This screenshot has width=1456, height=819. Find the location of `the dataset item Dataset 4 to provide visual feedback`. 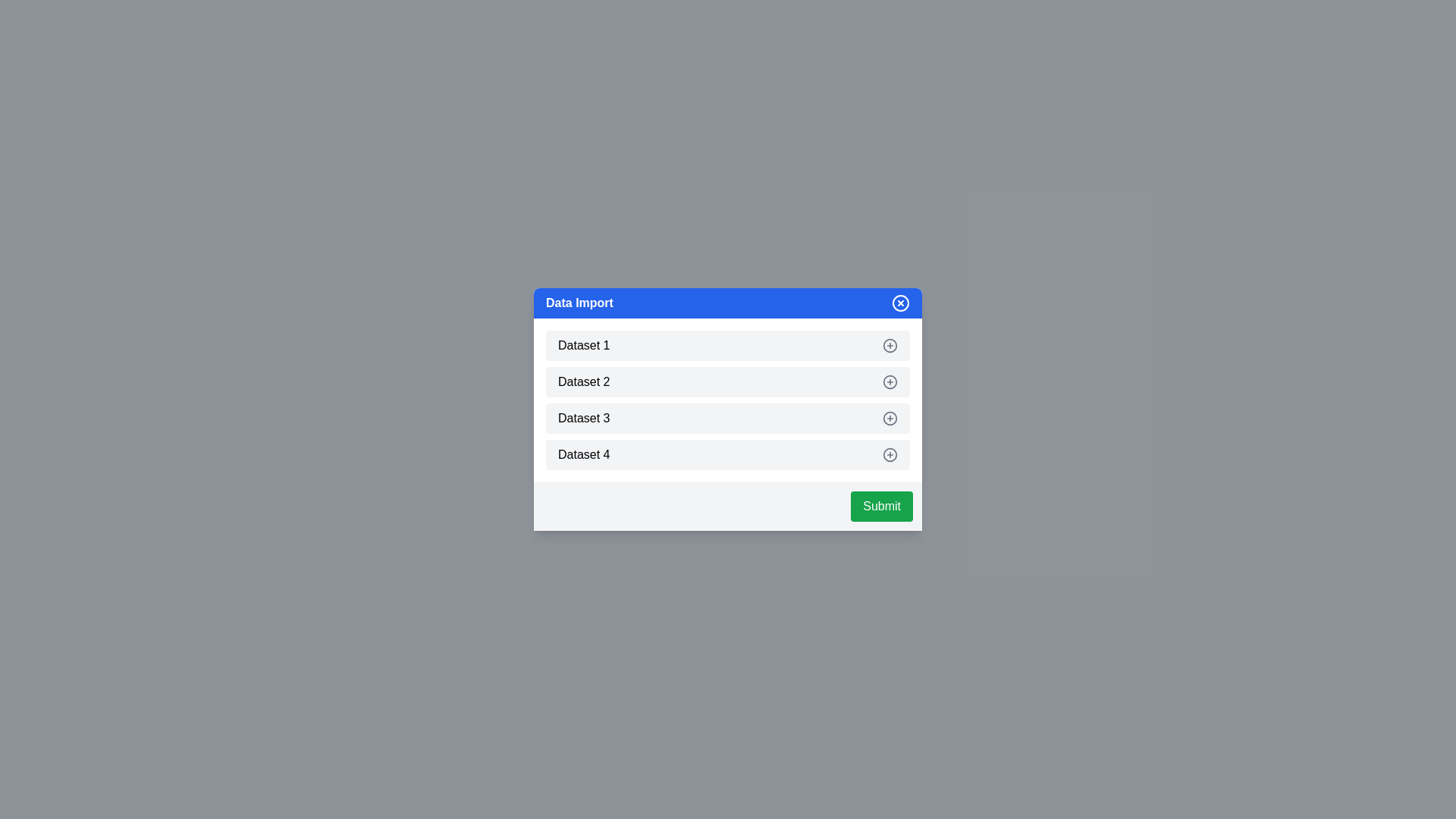

the dataset item Dataset 4 to provide visual feedback is located at coordinates (728, 454).